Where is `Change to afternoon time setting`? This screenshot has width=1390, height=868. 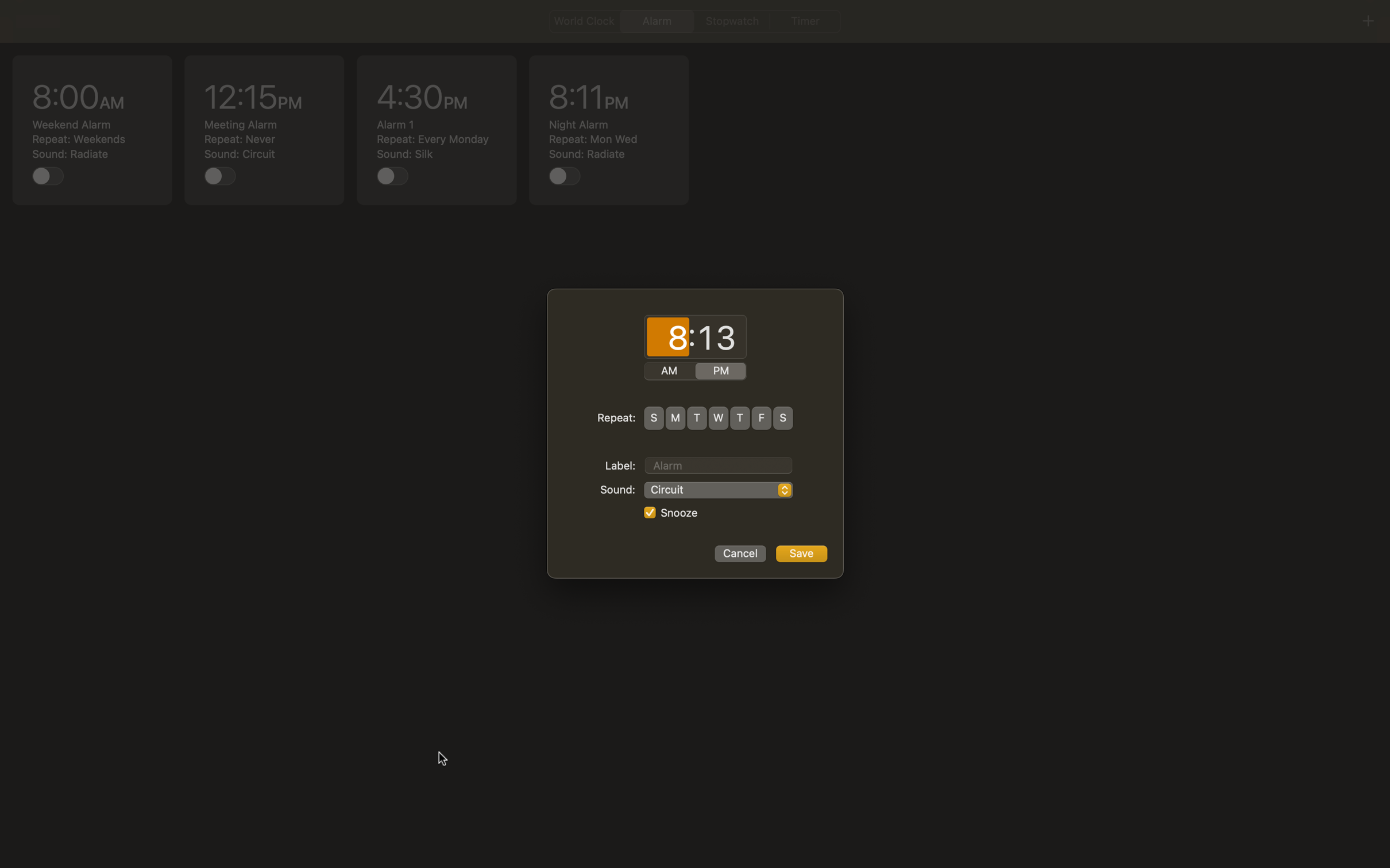
Change to afternoon time setting is located at coordinates (721, 371).